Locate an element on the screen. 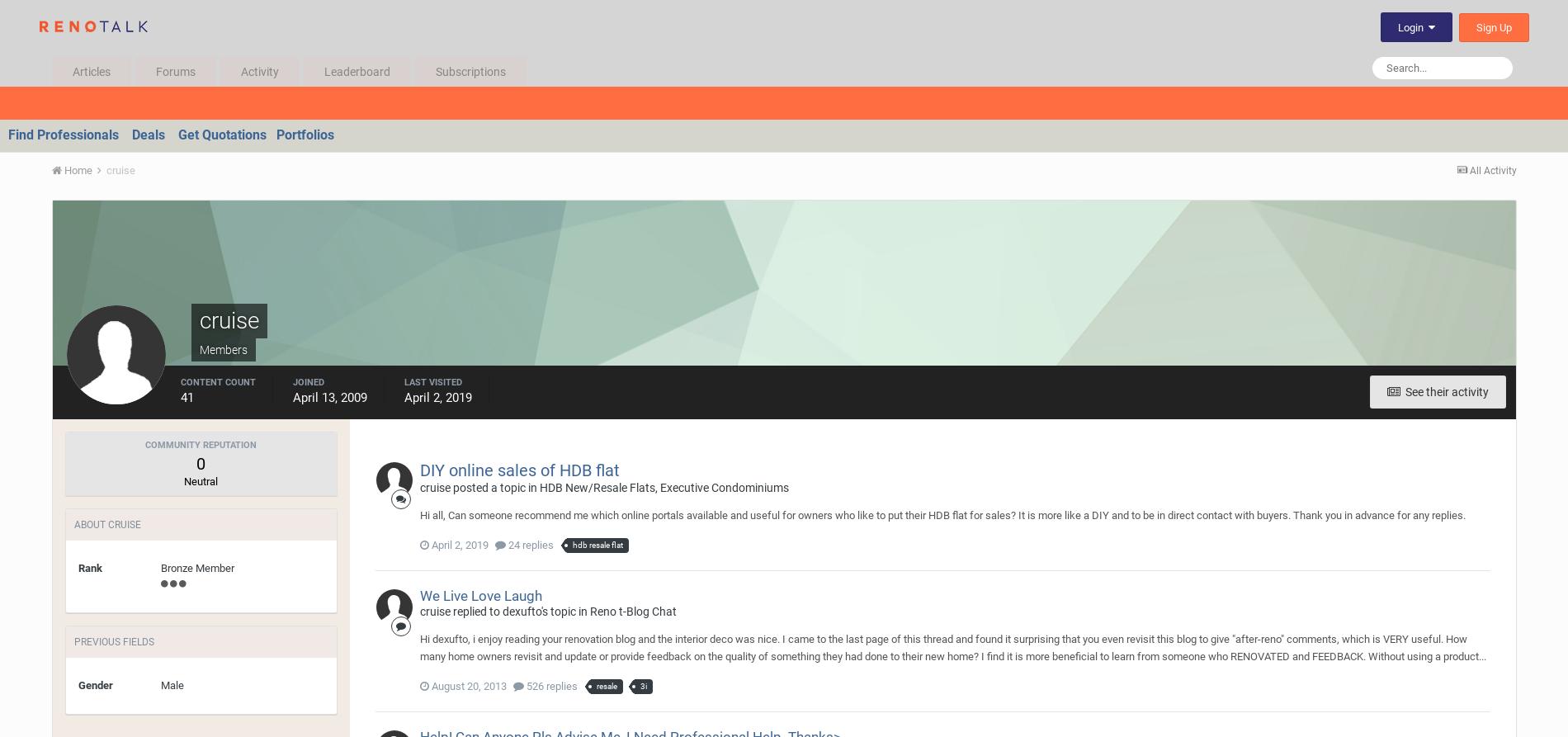  'Previous Fields' is located at coordinates (113, 640).